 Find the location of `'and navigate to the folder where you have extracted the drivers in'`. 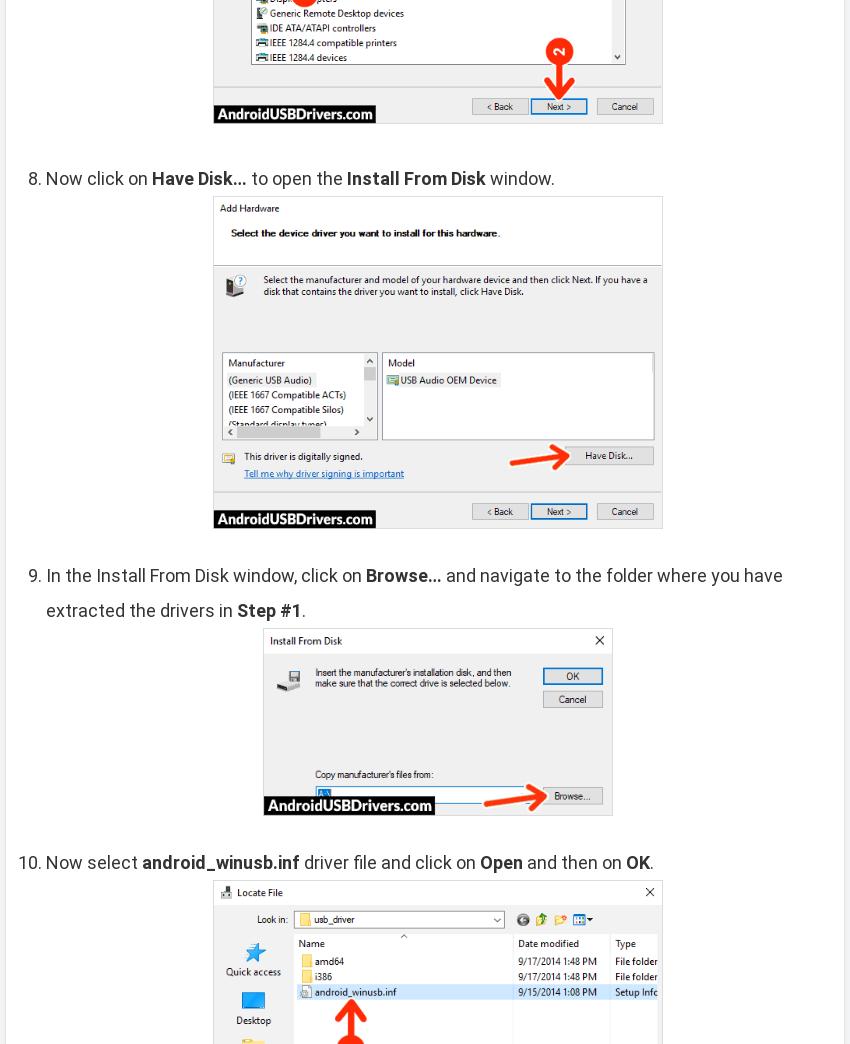

'and navigate to the folder where you have extracted the drivers in' is located at coordinates (414, 592).